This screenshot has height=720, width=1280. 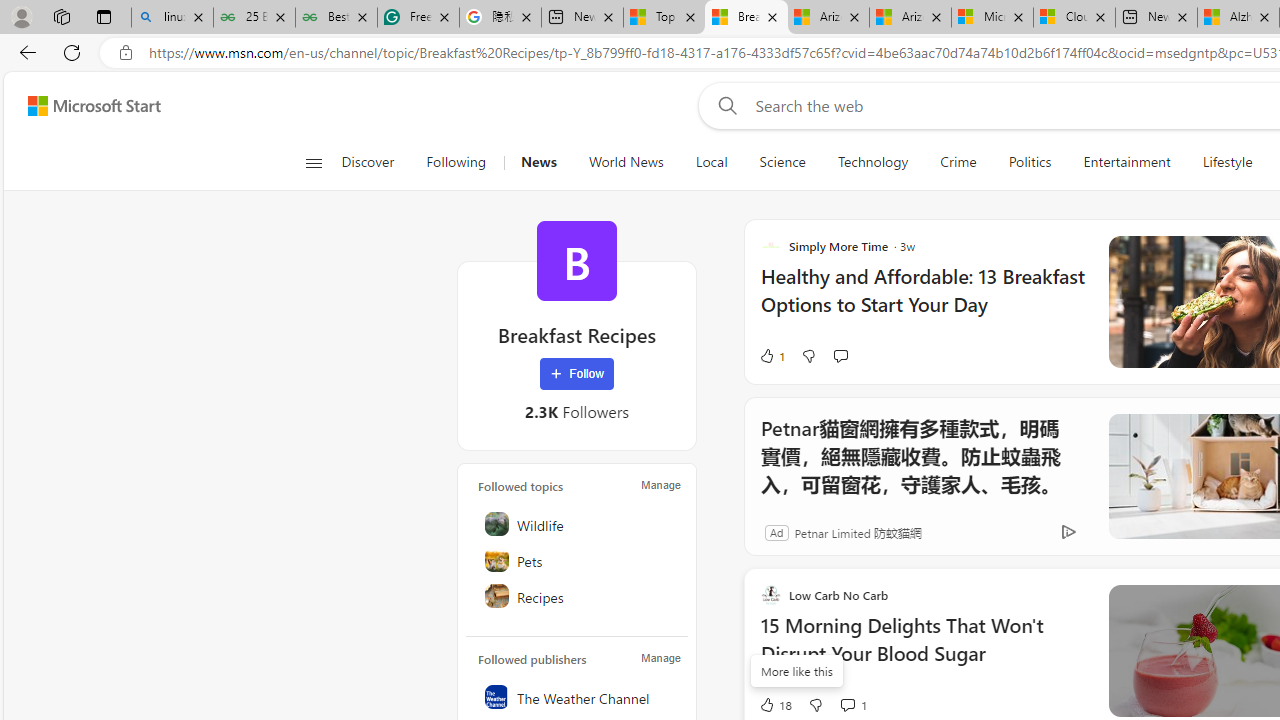 I want to click on 'Class: button-glyph', so click(x=312, y=162).